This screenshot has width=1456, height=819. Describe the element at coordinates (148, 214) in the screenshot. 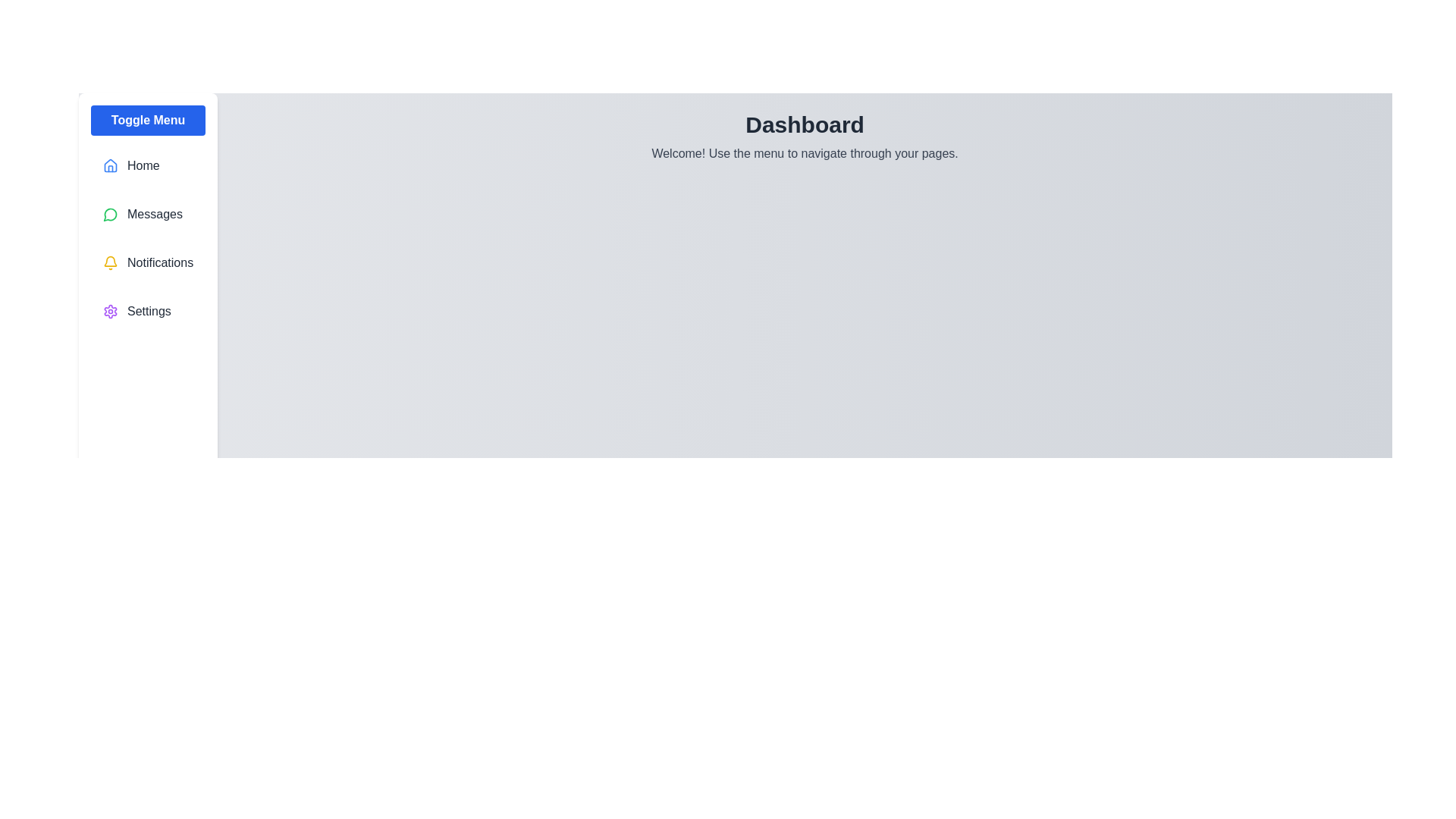

I see `the menu item Messages in the sidebar` at that location.